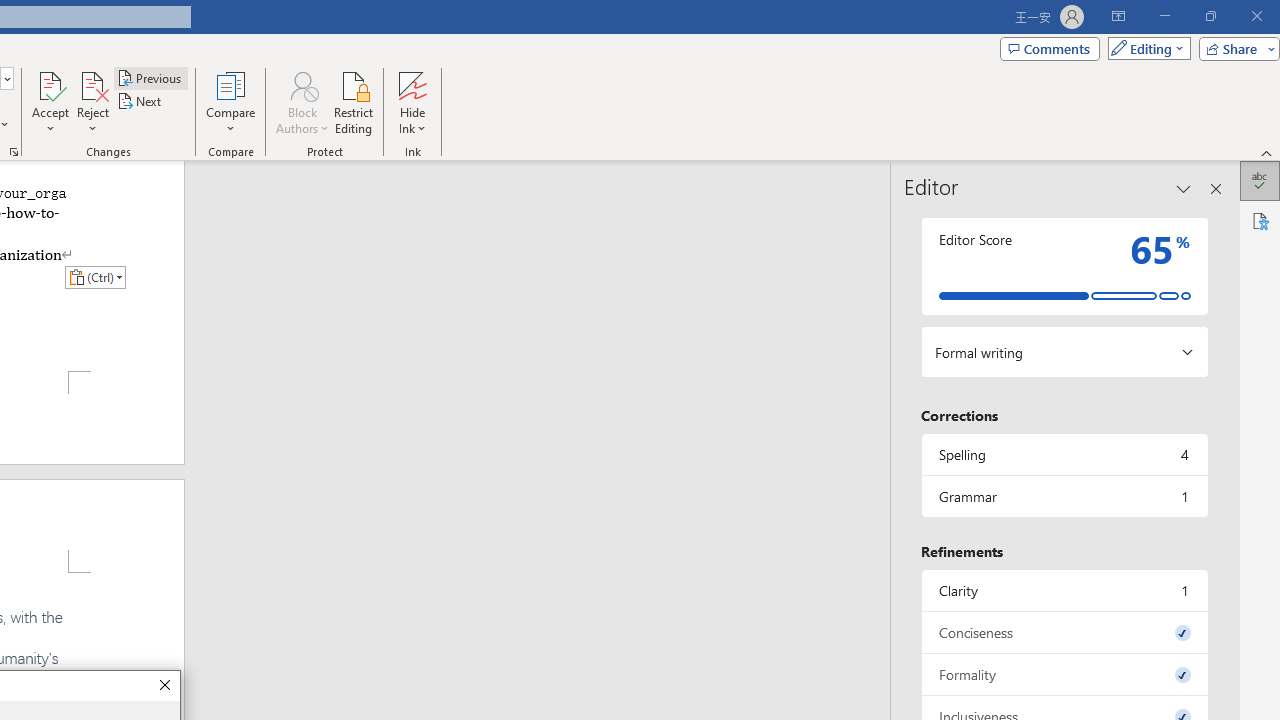 This screenshot has height=720, width=1280. What do you see at coordinates (91, 103) in the screenshot?
I see `'Reject'` at bounding box center [91, 103].